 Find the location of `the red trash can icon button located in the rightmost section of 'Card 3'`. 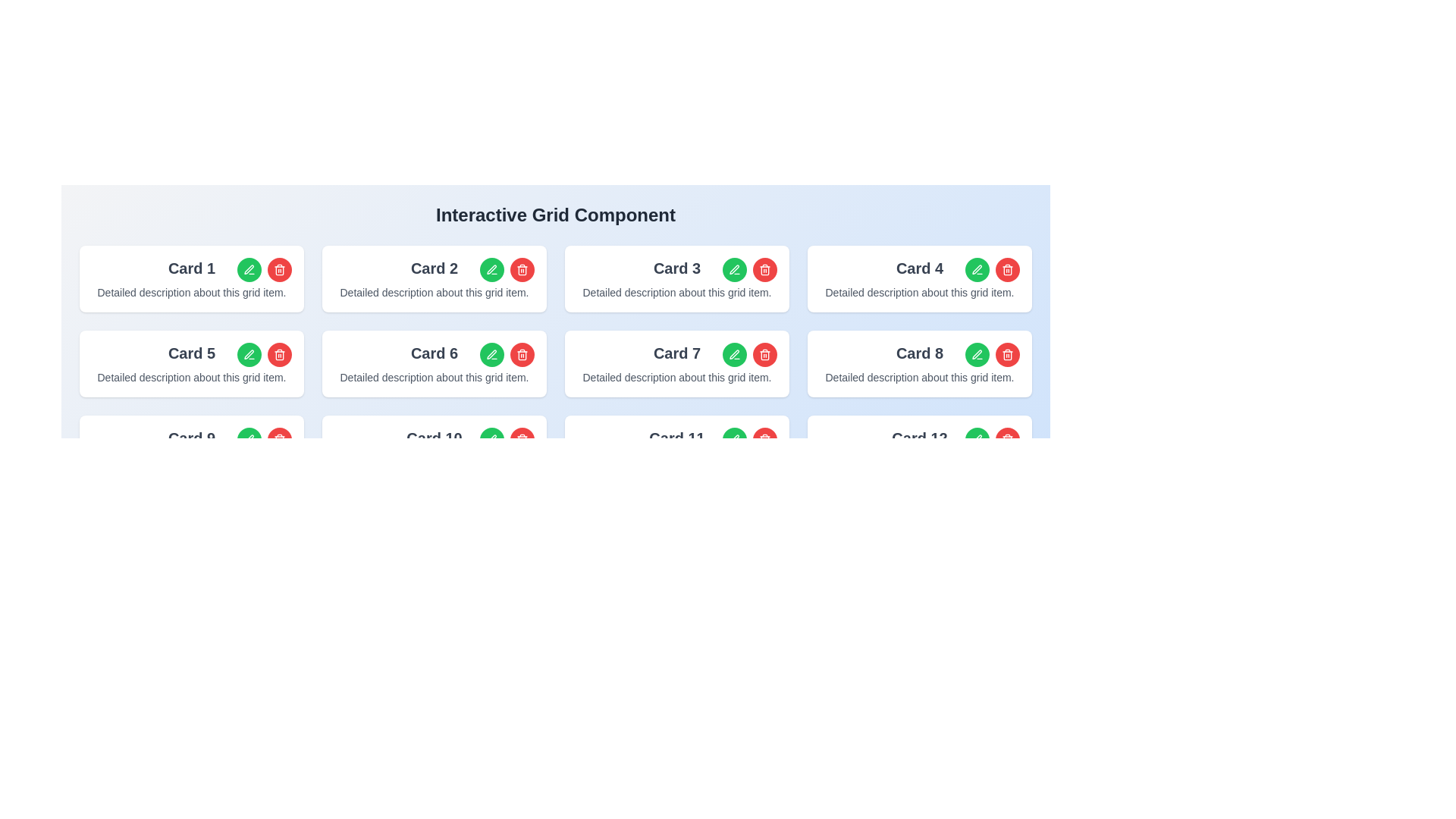

the red trash can icon button located in the rightmost section of 'Card 3' is located at coordinates (764, 268).